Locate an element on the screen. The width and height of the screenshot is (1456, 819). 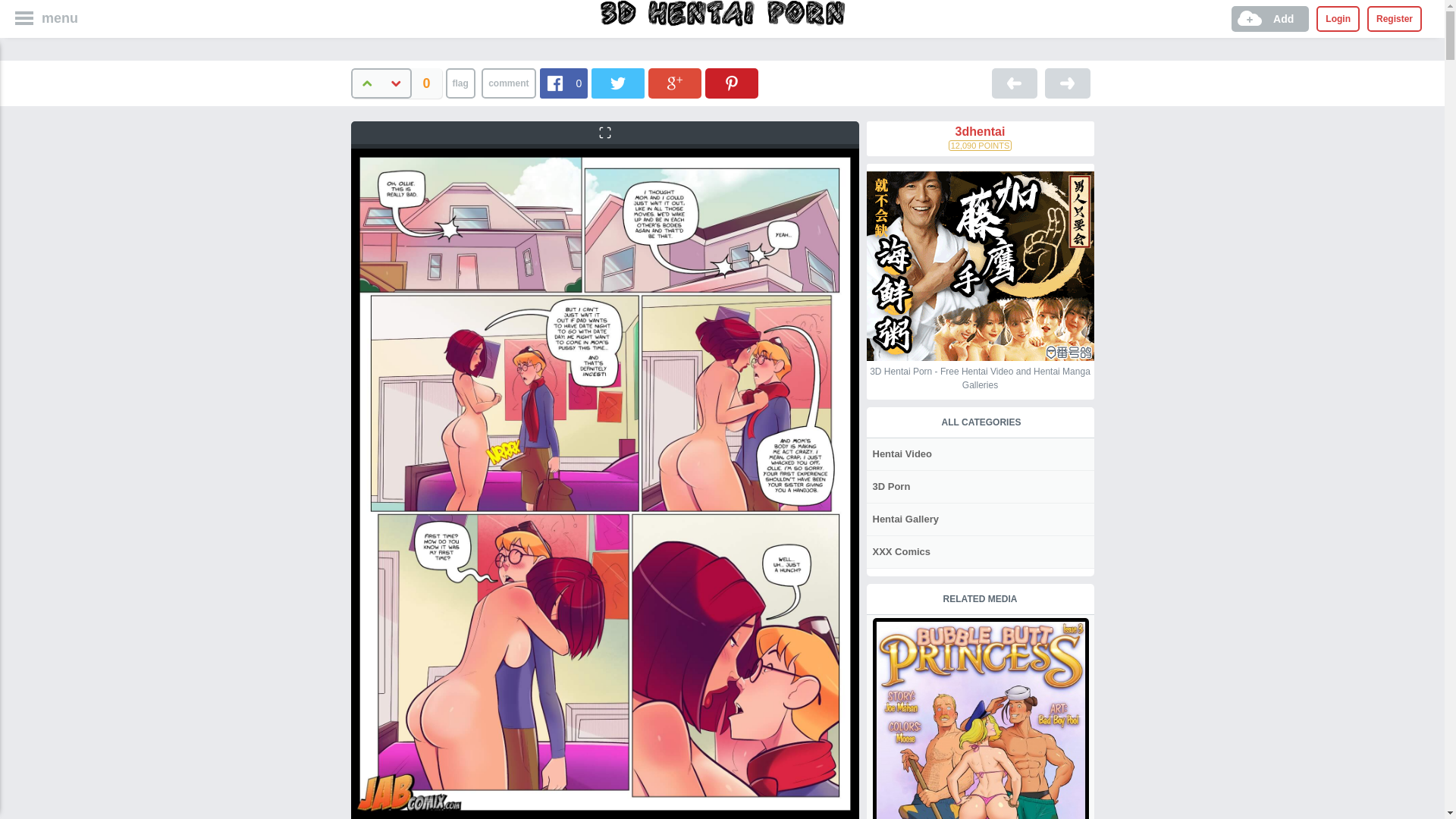
'3D Porn' is located at coordinates (890, 486).